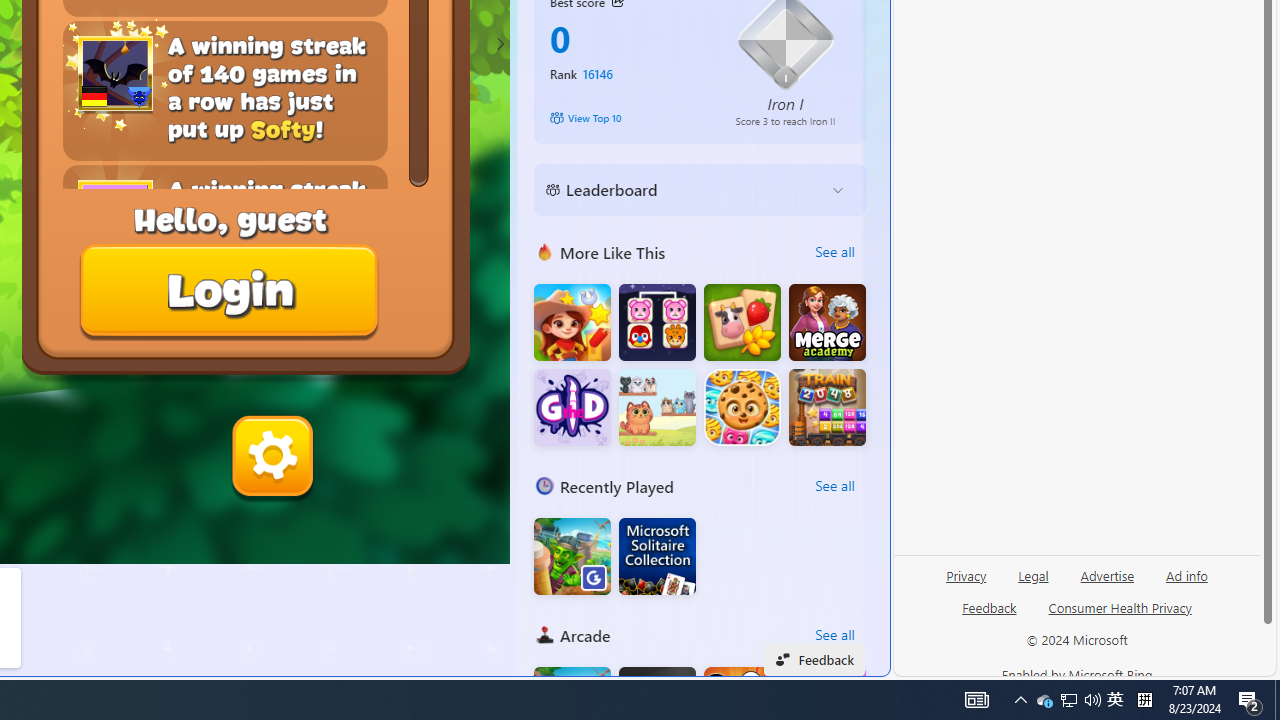 This screenshot has height=720, width=1280. Describe the element at coordinates (627, 118) in the screenshot. I see `'View Top 10'` at that location.